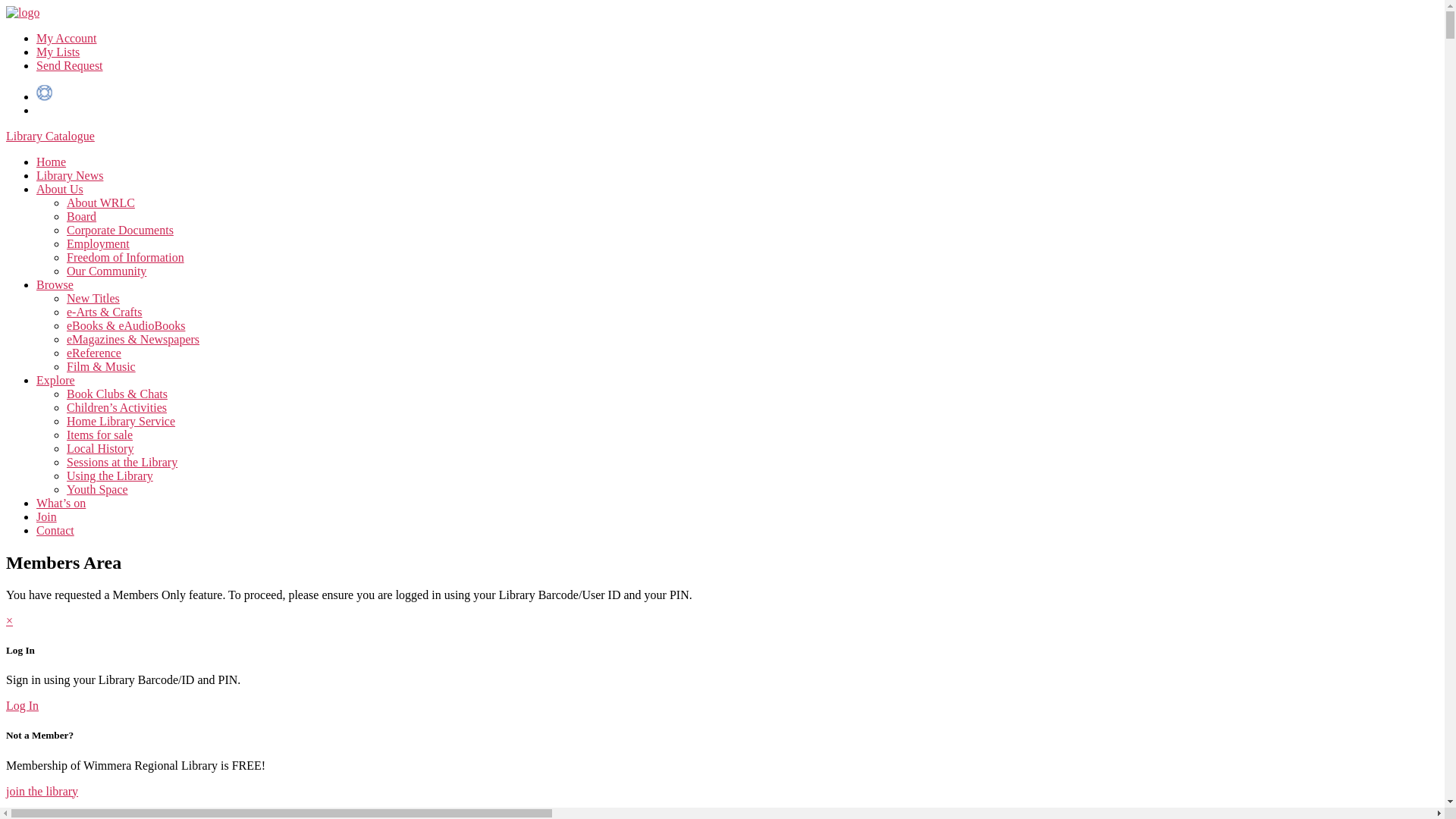  What do you see at coordinates (5, 5) in the screenshot?
I see `'Skip to the content'` at bounding box center [5, 5].